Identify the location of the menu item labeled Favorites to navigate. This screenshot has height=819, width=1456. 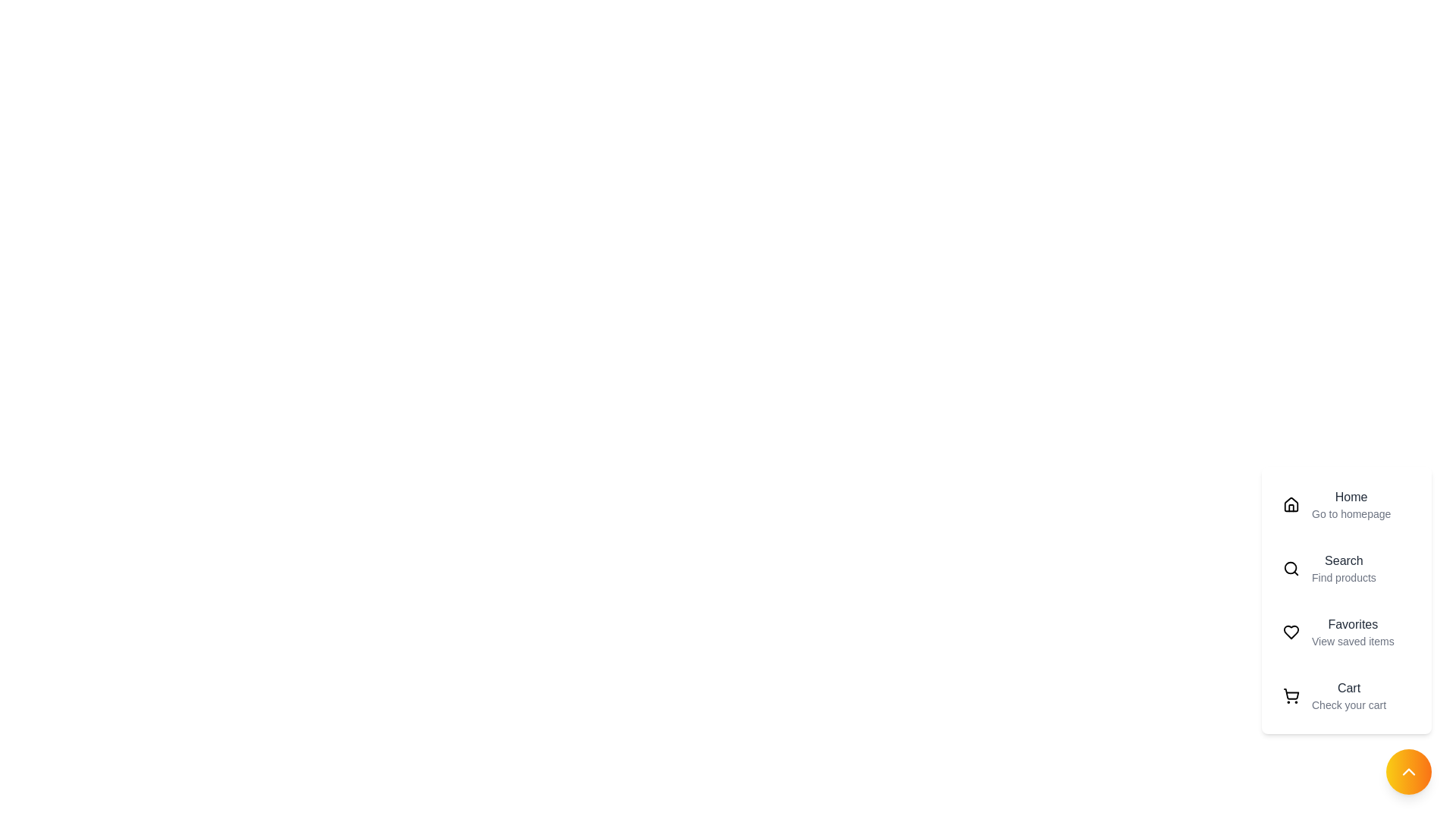
(1347, 632).